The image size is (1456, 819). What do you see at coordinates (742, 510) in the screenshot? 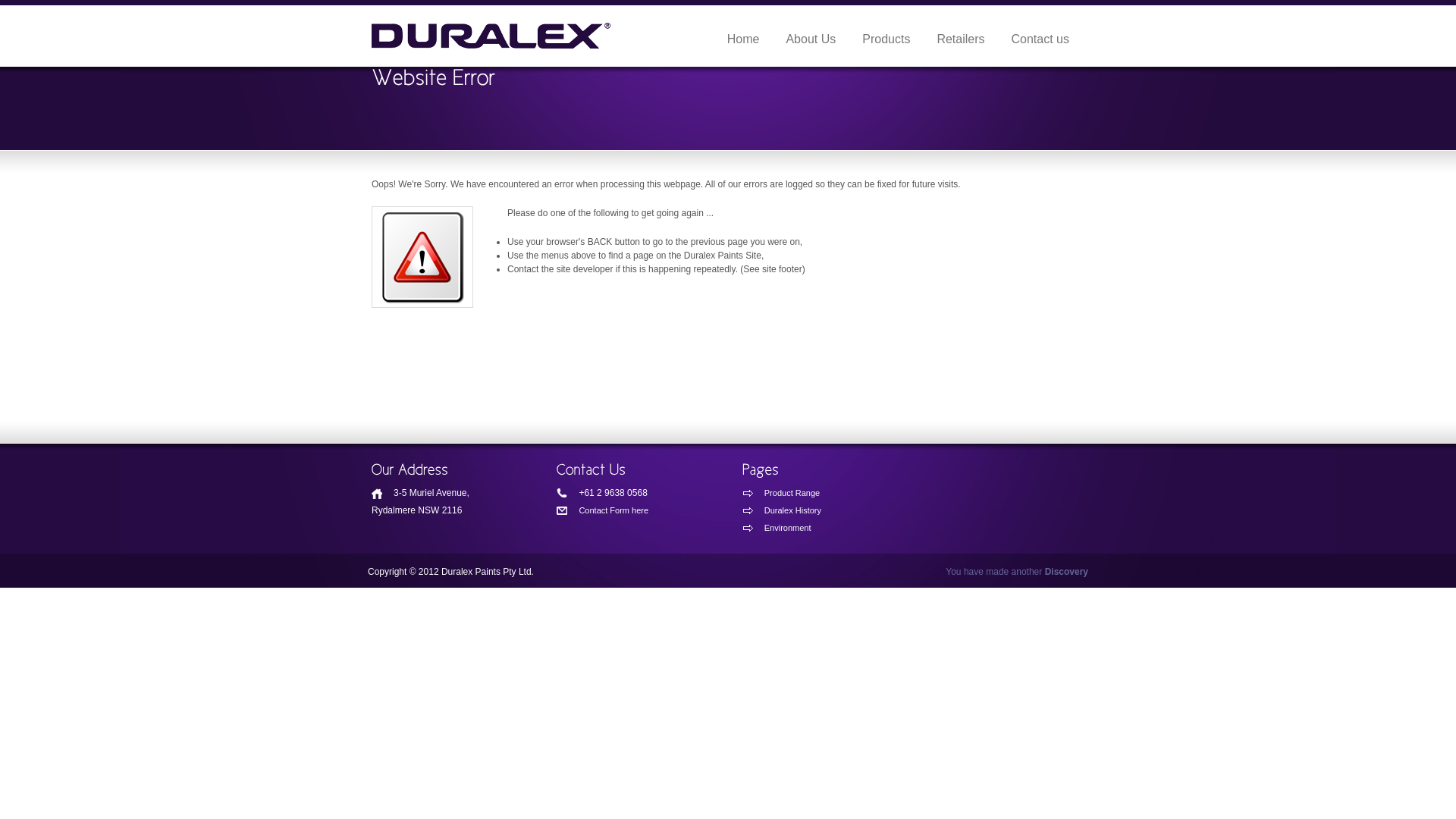
I see `'Duralex History'` at bounding box center [742, 510].